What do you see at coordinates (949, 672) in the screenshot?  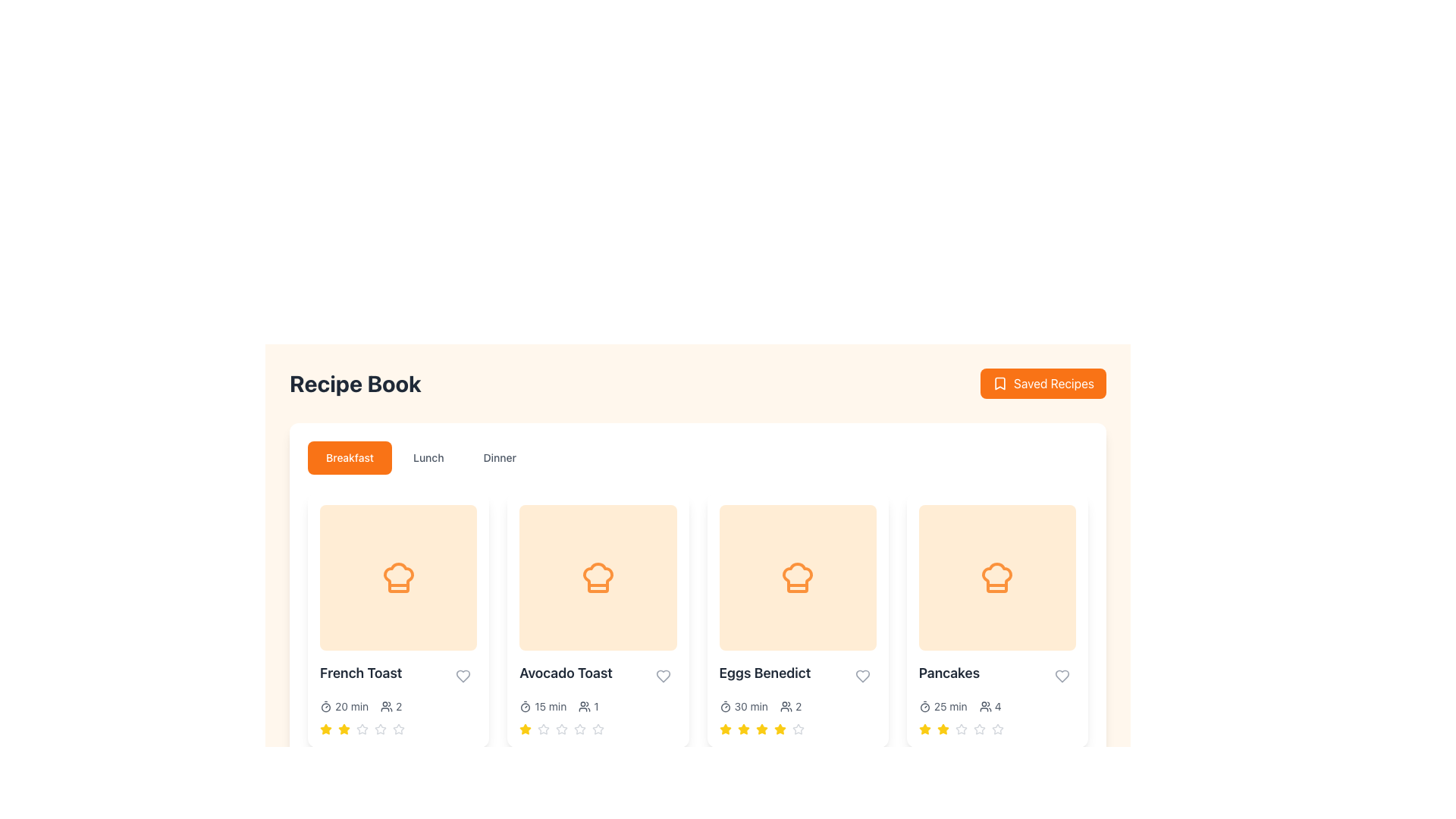 I see `the text label that serves as the title of the recipe card located in the fourth card of a horizontal list, positioned above the star ratings and time/person information` at bounding box center [949, 672].